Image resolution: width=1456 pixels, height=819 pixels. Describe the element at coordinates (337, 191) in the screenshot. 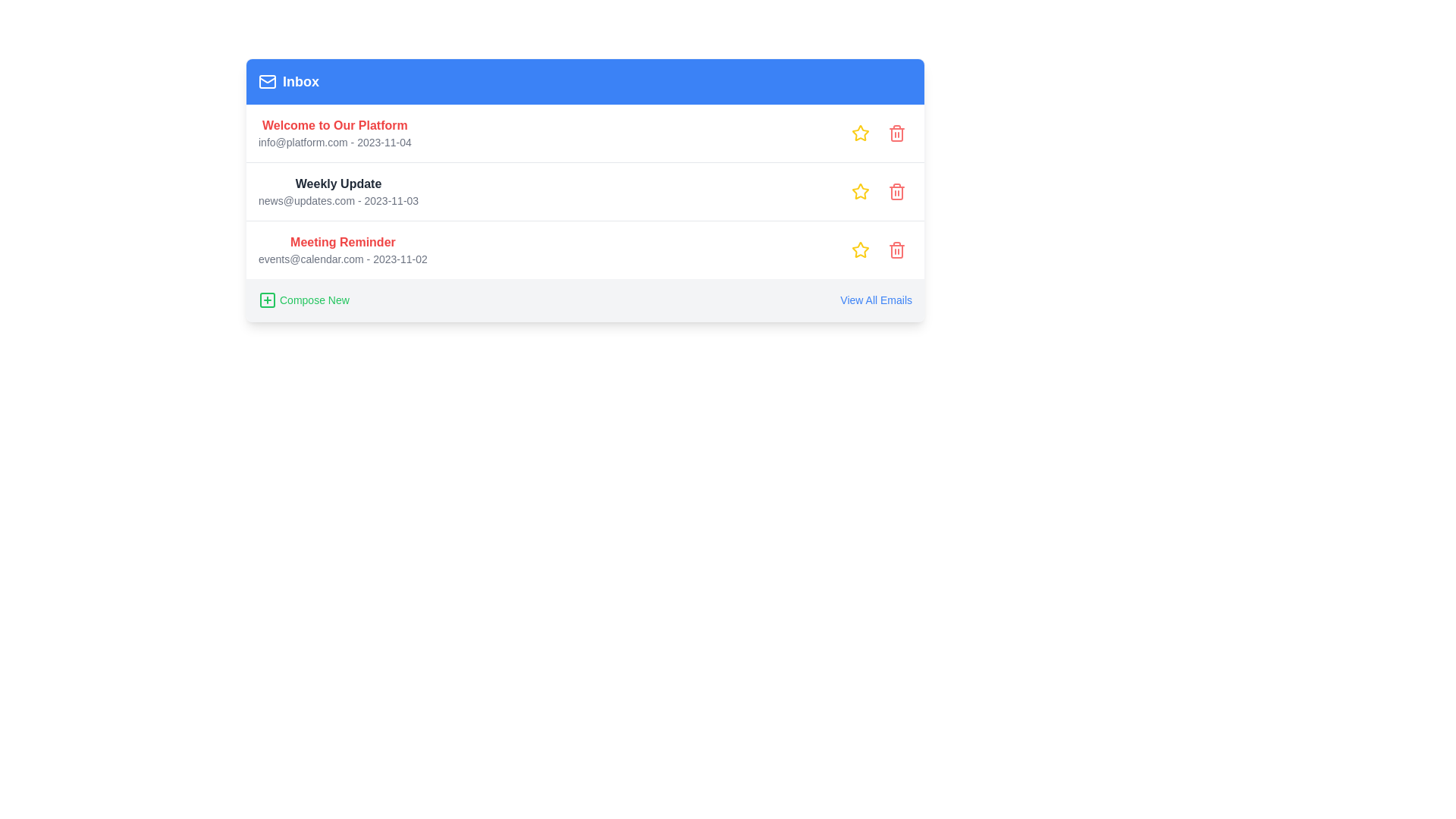

I see `the Email Summary element which displays 'Weekly Update' in bold and 'news@updates.com - 2023-11-03' below it, located in the second position of the email list` at that location.